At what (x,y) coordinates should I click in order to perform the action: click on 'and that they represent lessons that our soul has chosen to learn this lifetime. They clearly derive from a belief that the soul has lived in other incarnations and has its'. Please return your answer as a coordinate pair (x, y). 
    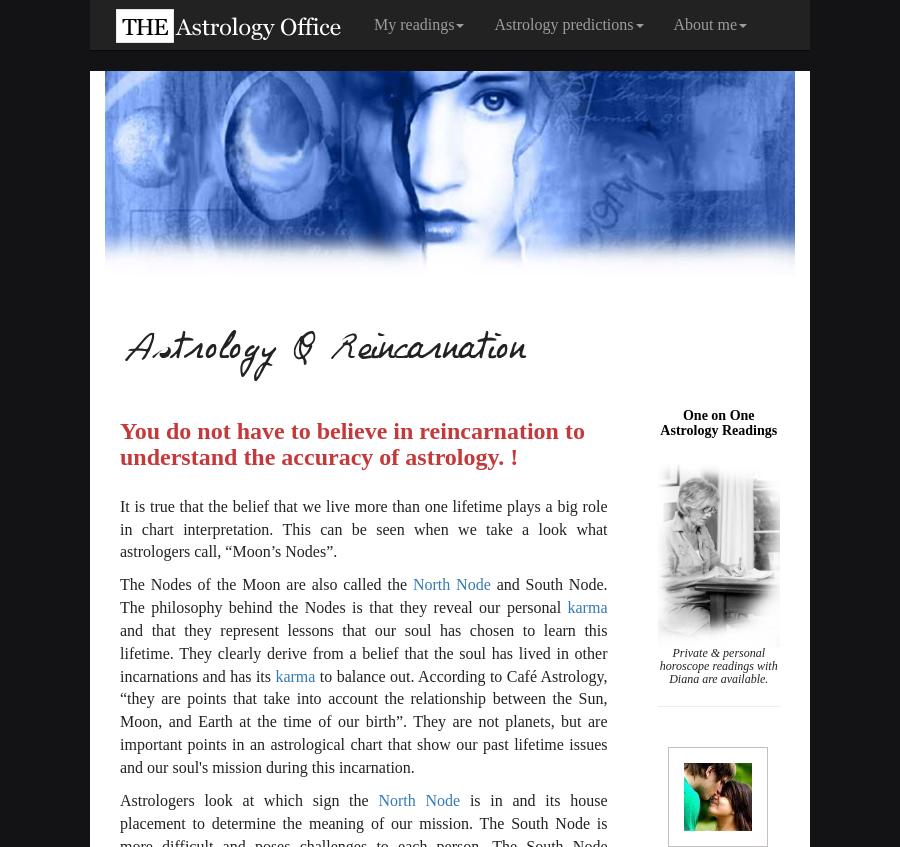
    Looking at the image, I should click on (363, 651).